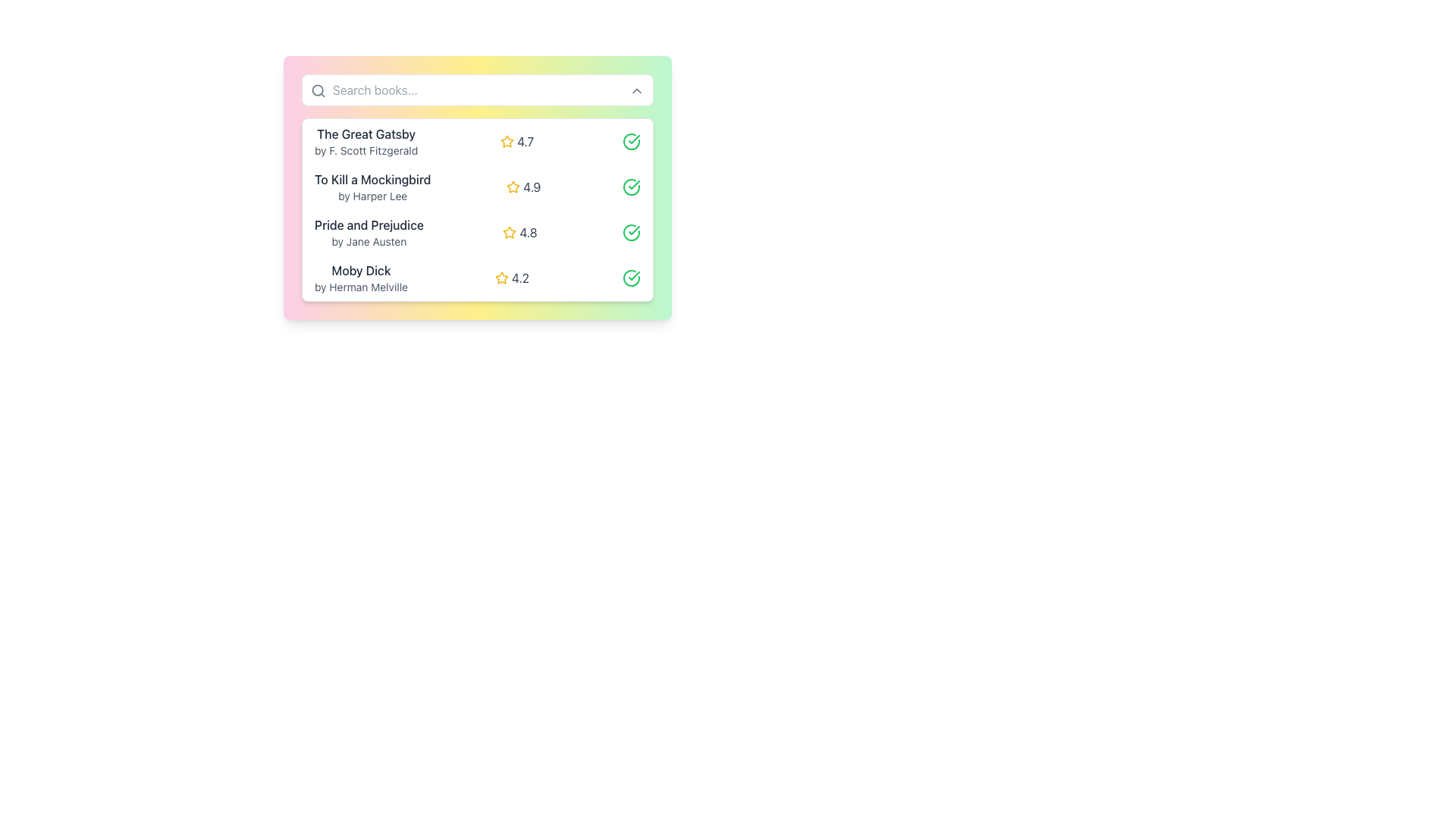 The height and width of the screenshot is (819, 1456). Describe the element at coordinates (631, 186) in the screenshot. I see `the status represented by the circular green checkmark icon located at the far right of the list item for 'To Kill a Mockingbird'` at that location.